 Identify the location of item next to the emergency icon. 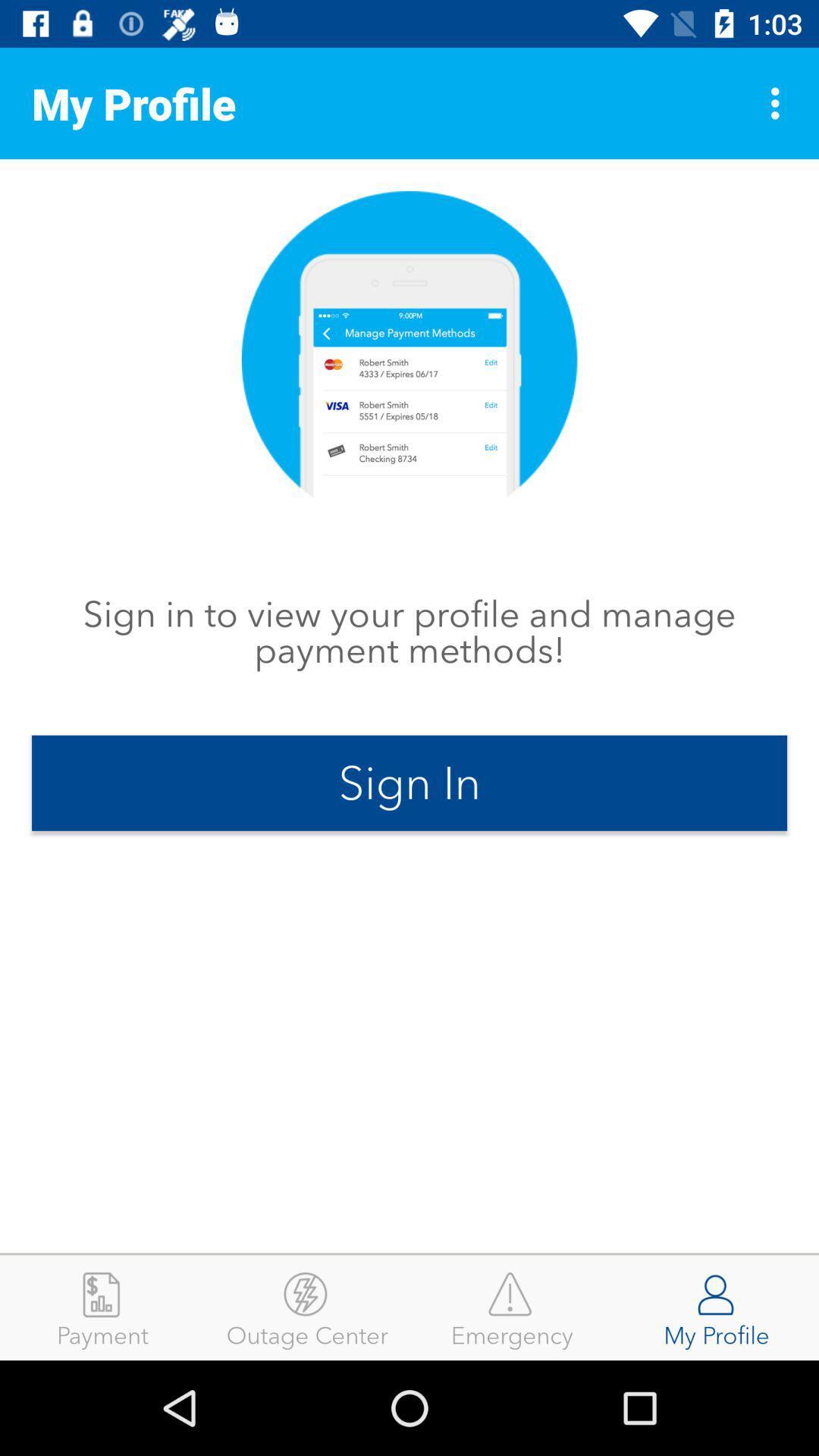
(307, 1307).